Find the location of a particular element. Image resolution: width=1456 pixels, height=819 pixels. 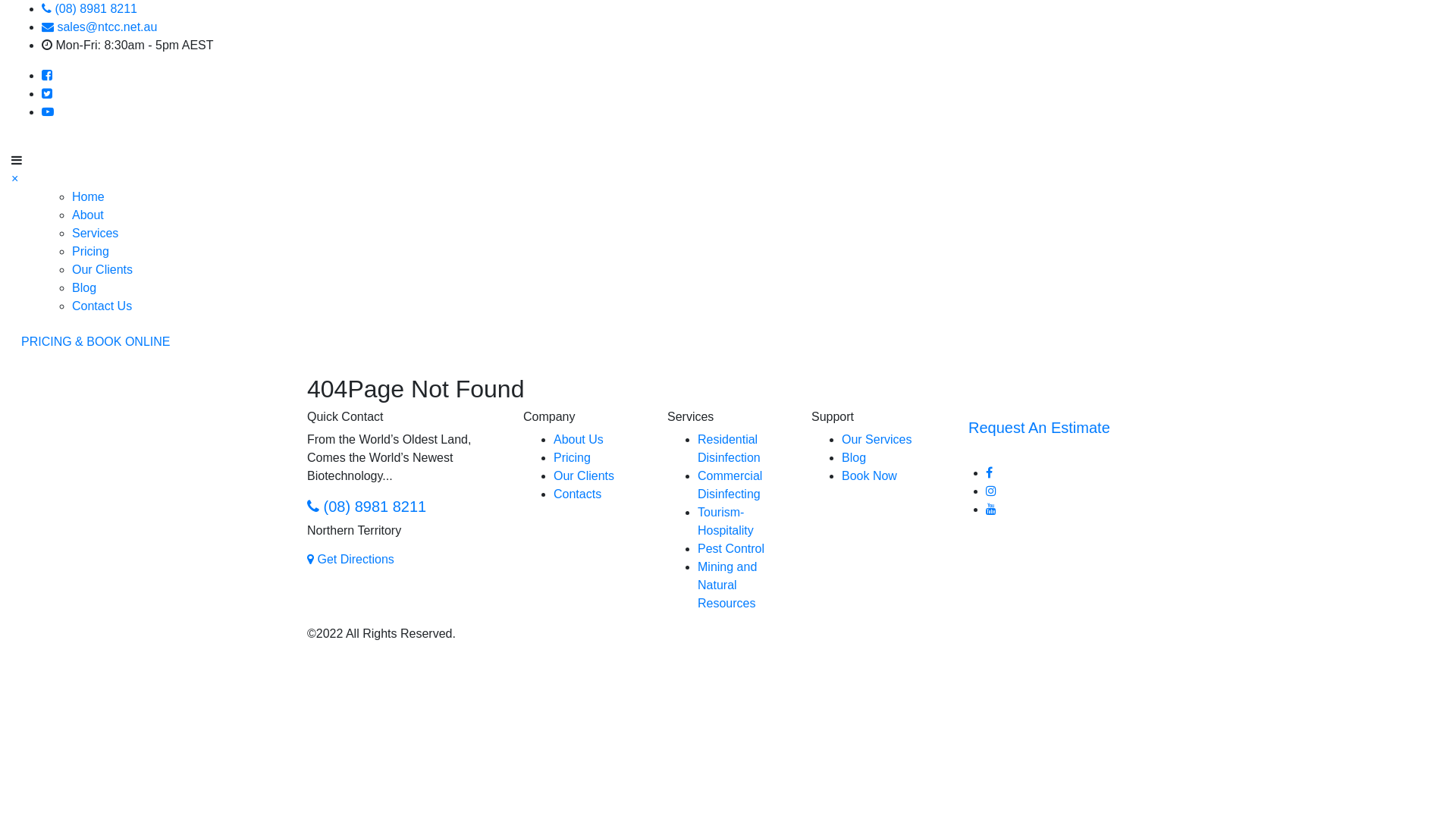

'Contacts' is located at coordinates (576, 494).